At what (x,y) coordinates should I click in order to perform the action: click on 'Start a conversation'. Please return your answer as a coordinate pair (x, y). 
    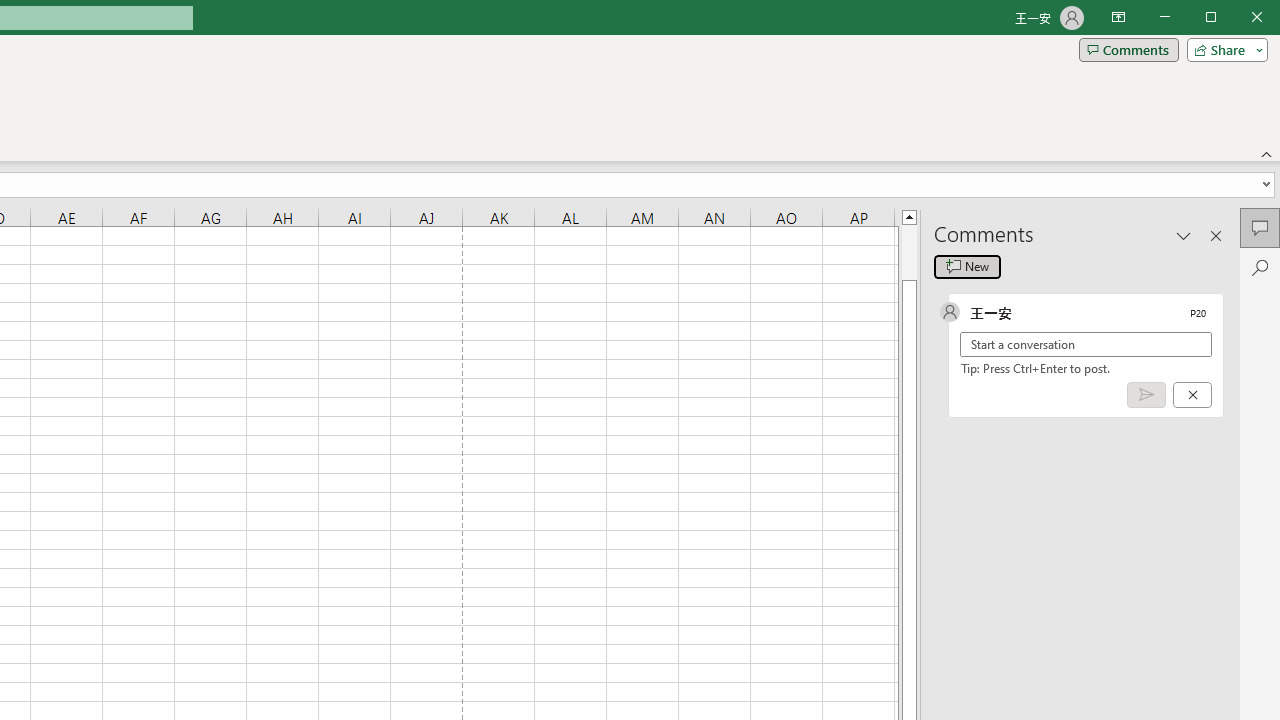
    Looking at the image, I should click on (1085, 343).